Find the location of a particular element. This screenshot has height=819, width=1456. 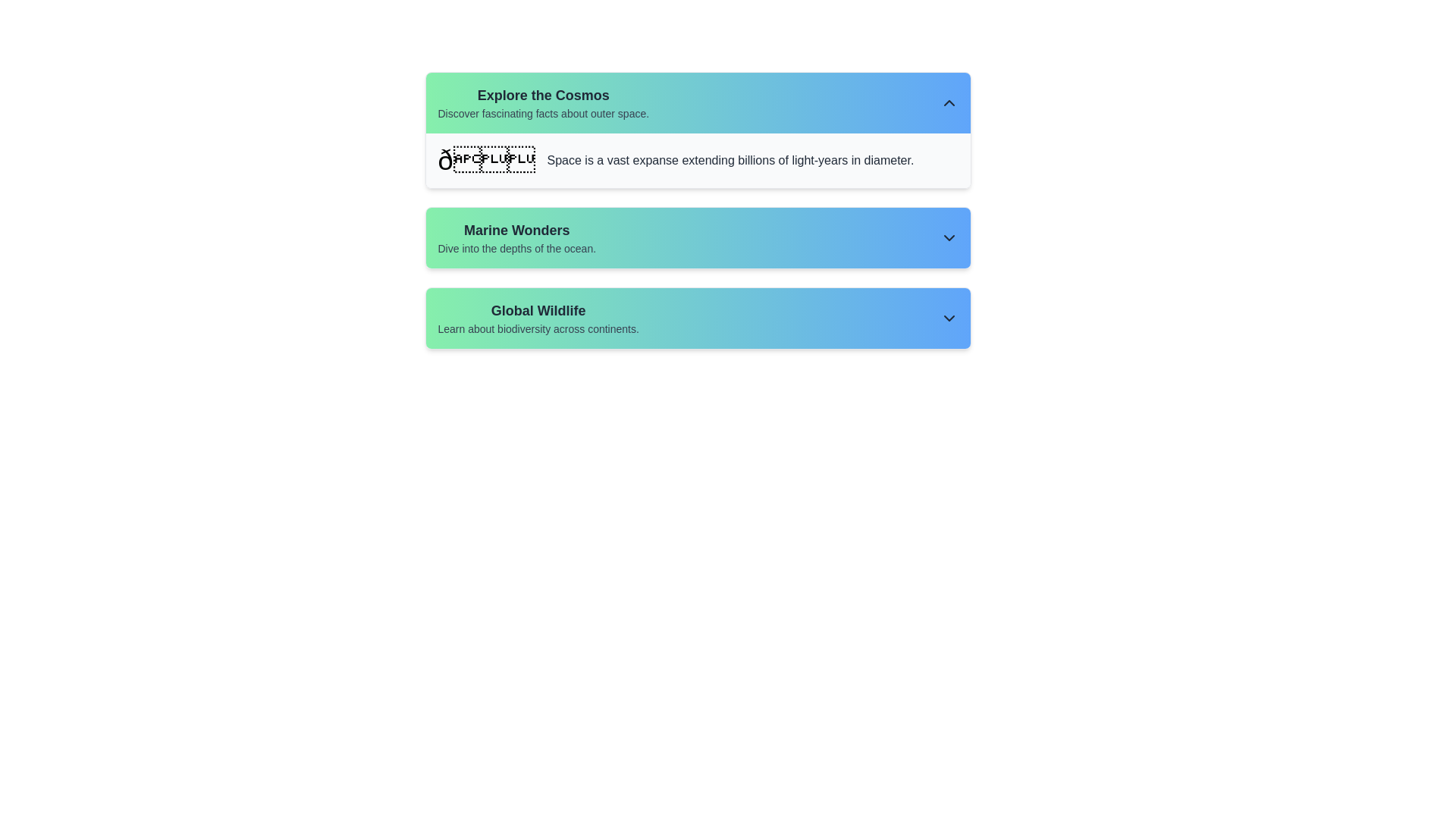

the section header or menu item related to ocean exploration is located at coordinates (697, 237).